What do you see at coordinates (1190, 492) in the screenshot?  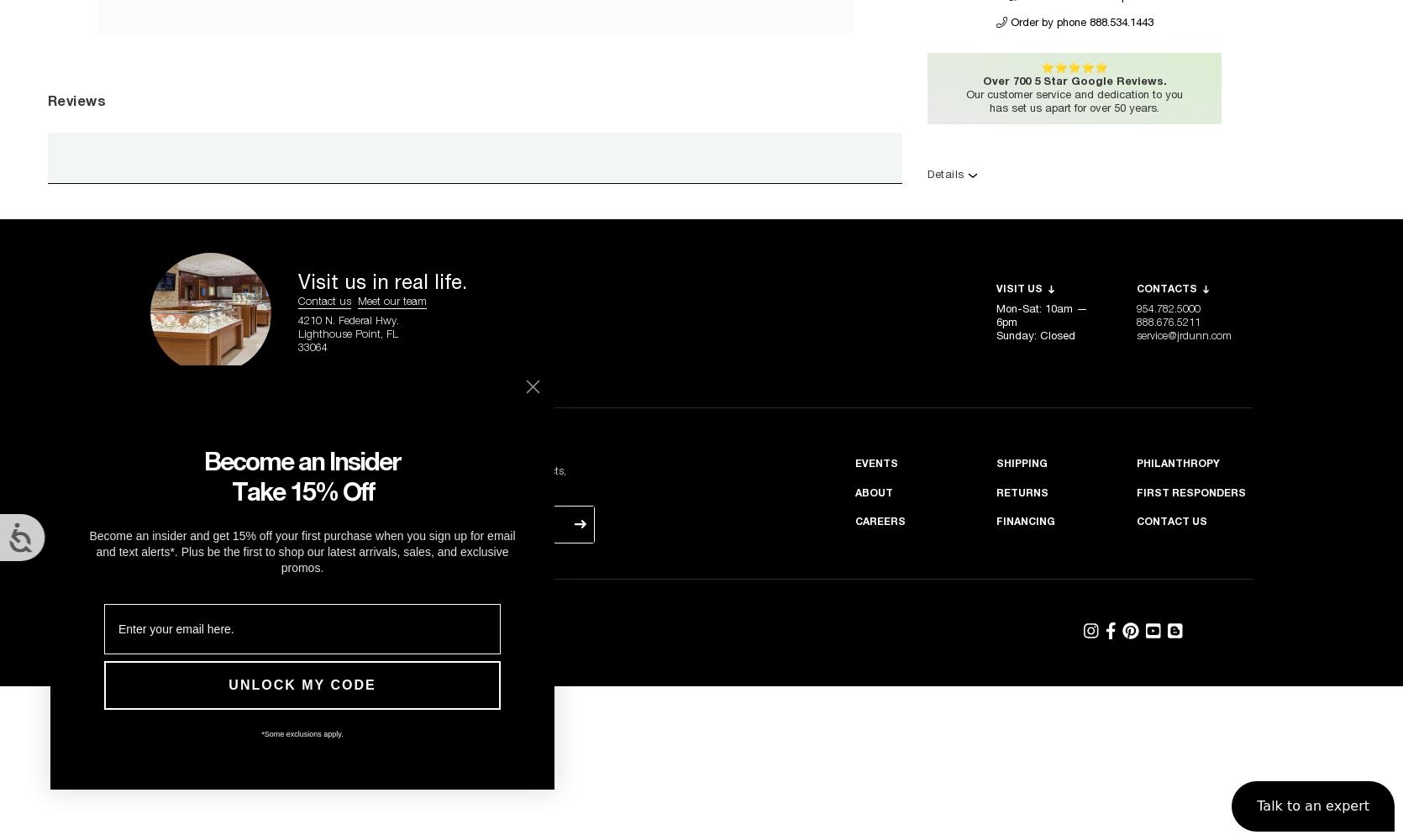 I see `'First Responders'` at bounding box center [1190, 492].